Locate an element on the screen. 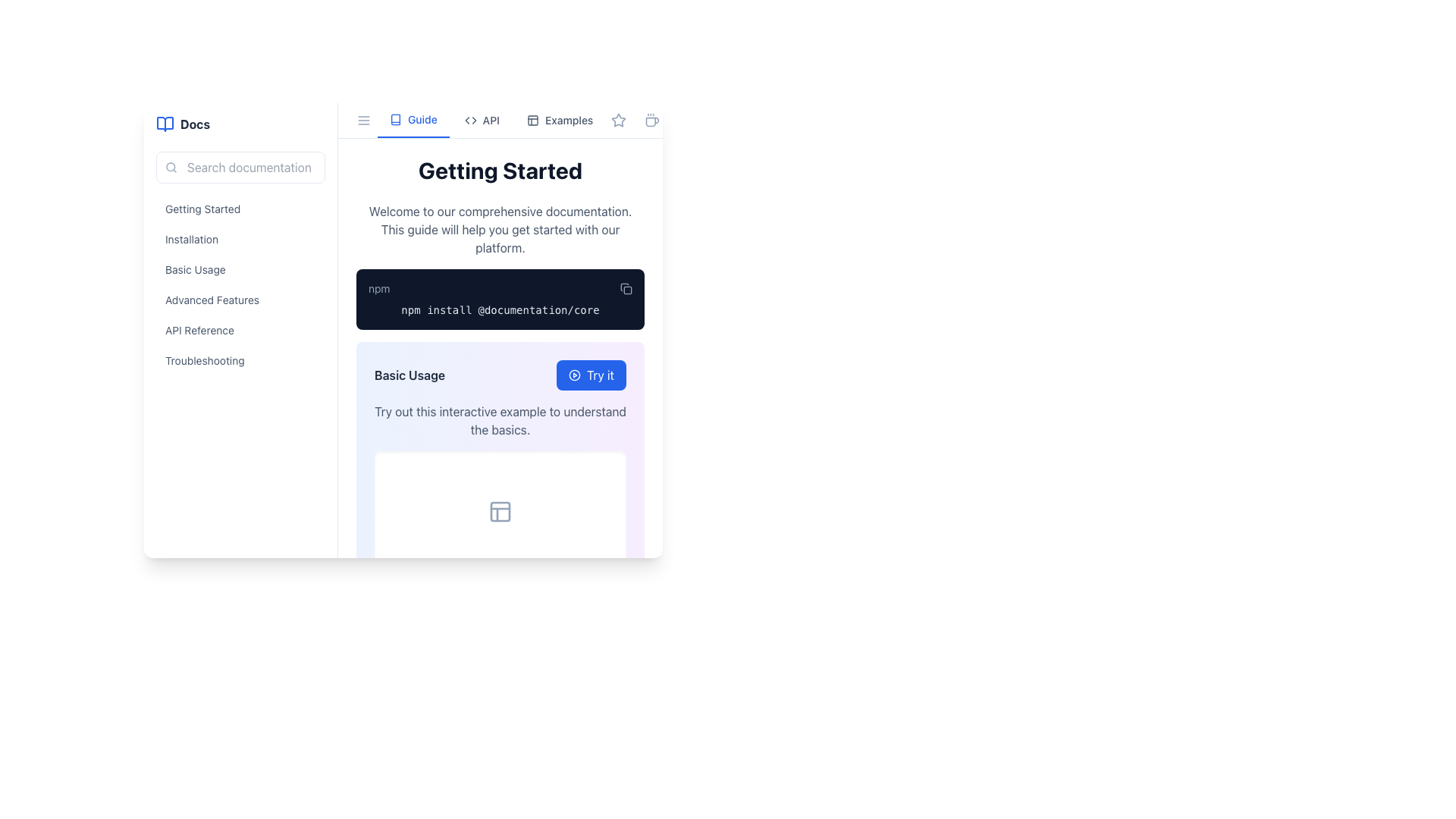 The height and width of the screenshot is (819, 1456). the coffee cup button located in the top-right section of the interface is located at coordinates (652, 119).